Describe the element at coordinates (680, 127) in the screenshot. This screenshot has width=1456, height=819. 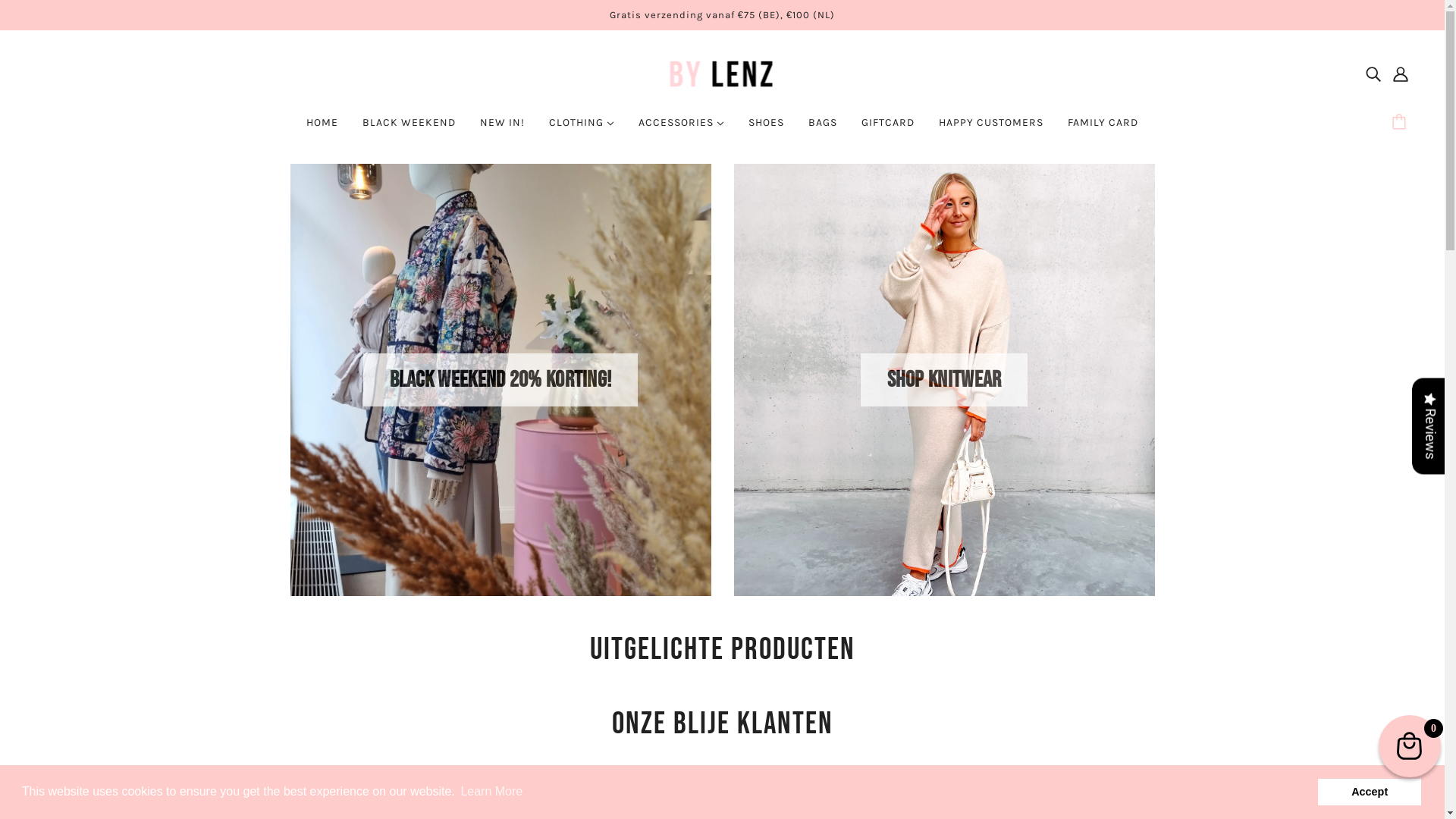
I see `'ACCESSORIES'` at that location.